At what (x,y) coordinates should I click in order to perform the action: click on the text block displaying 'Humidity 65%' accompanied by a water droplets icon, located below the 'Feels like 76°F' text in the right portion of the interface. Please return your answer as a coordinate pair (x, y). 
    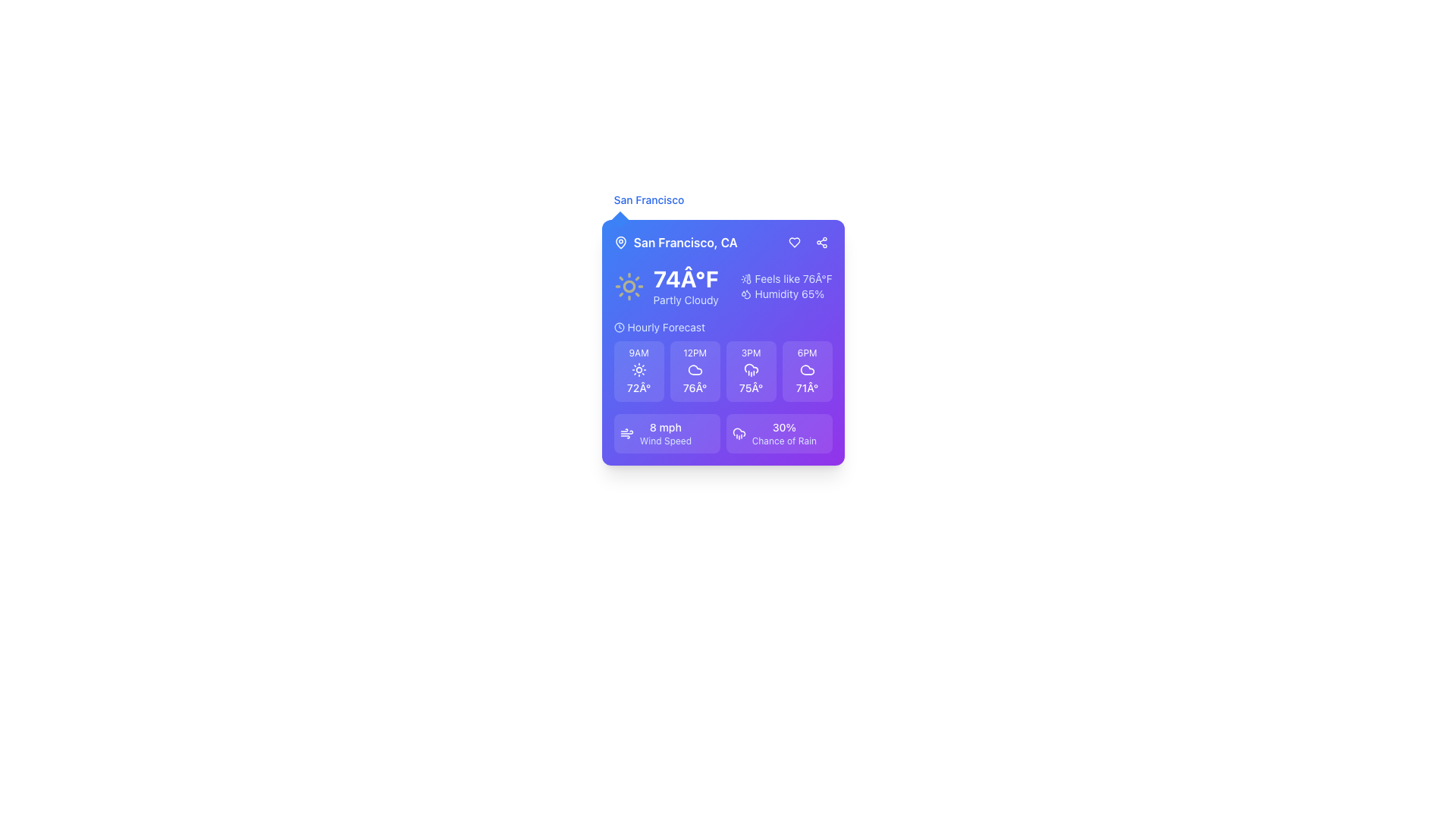
    Looking at the image, I should click on (786, 294).